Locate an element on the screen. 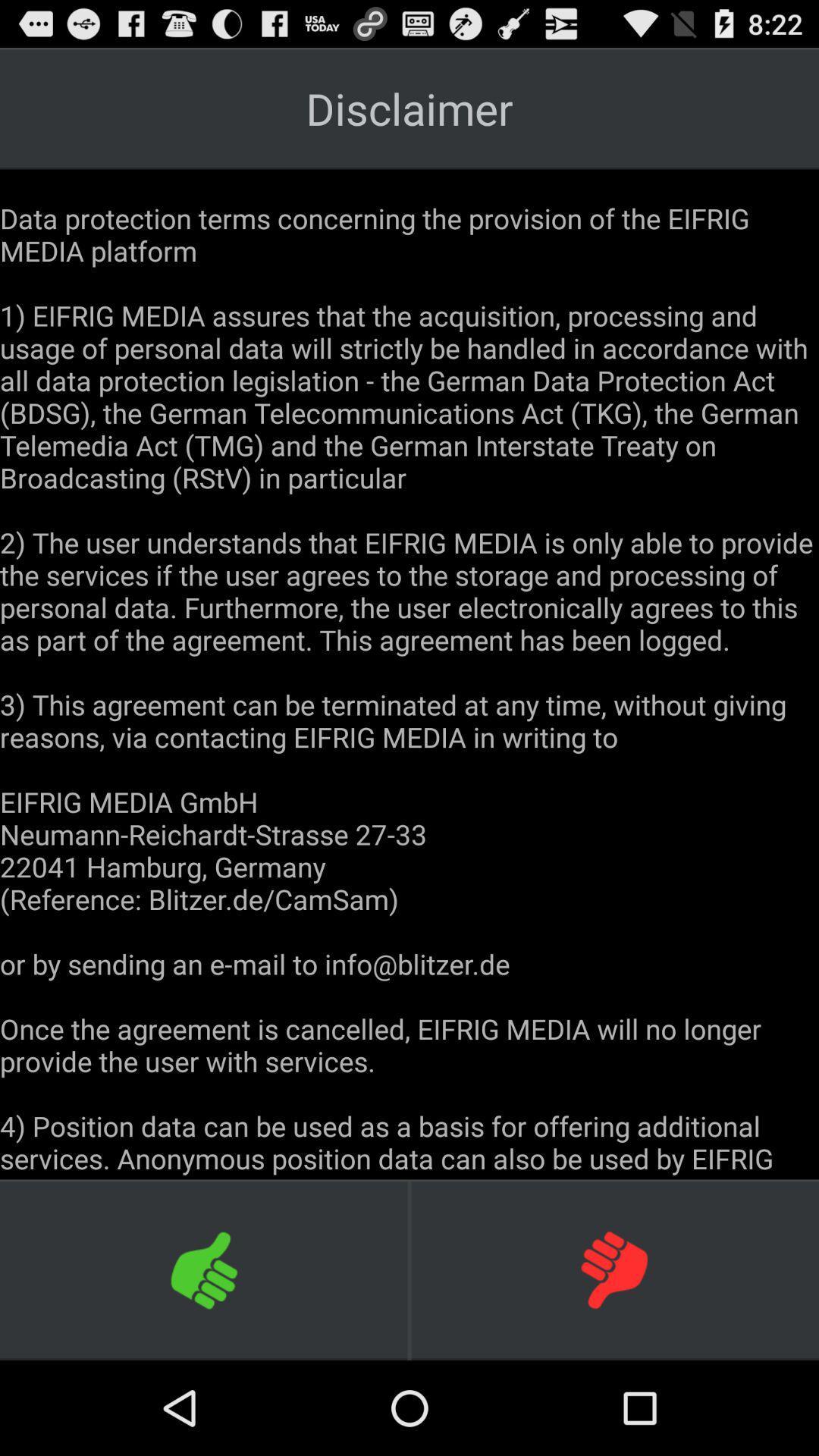 Image resolution: width=819 pixels, height=1456 pixels. thumbs up is located at coordinates (205, 1269).